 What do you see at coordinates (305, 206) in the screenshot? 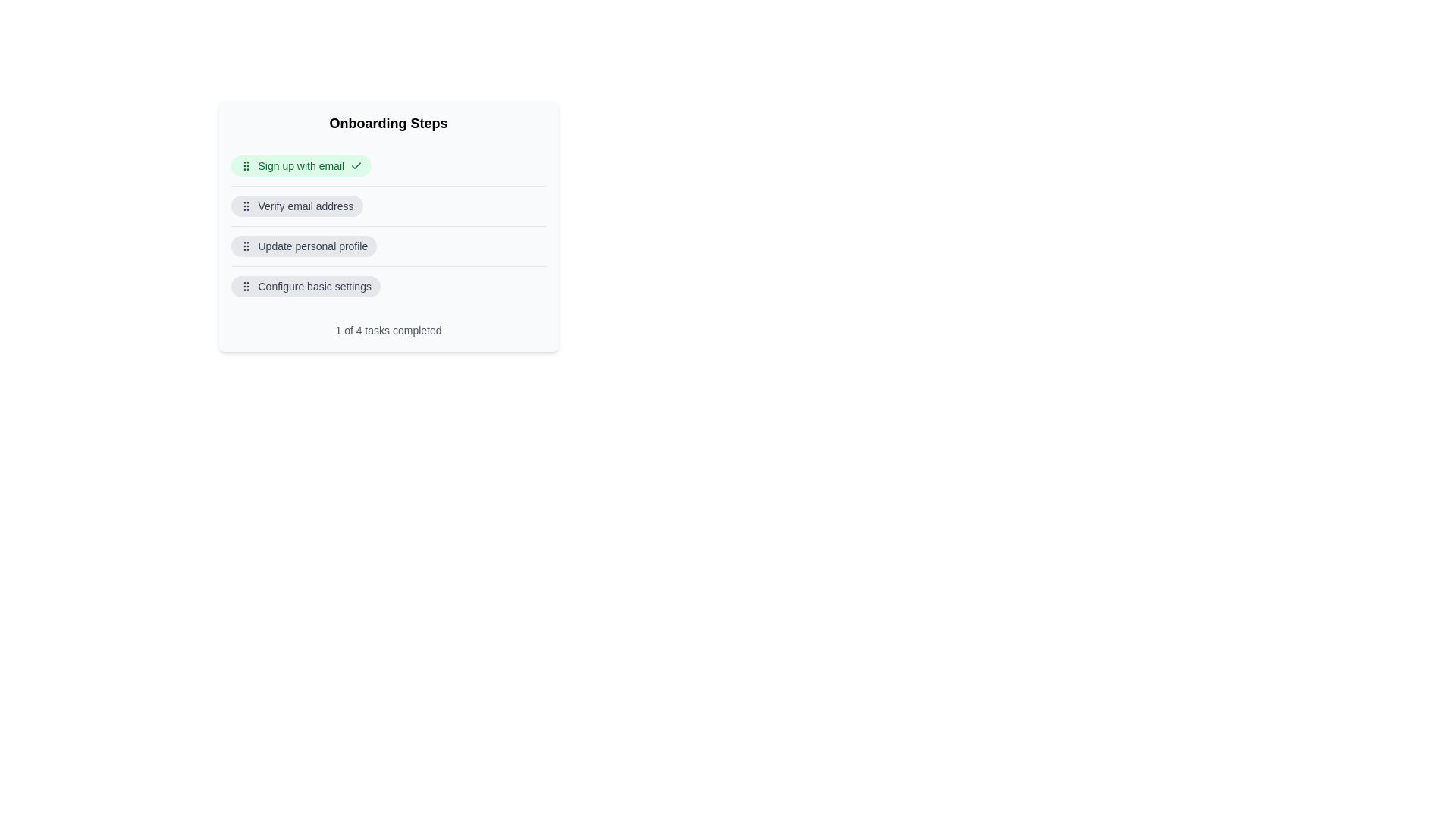
I see `the email verification step in the onboarding process` at bounding box center [305, 206].